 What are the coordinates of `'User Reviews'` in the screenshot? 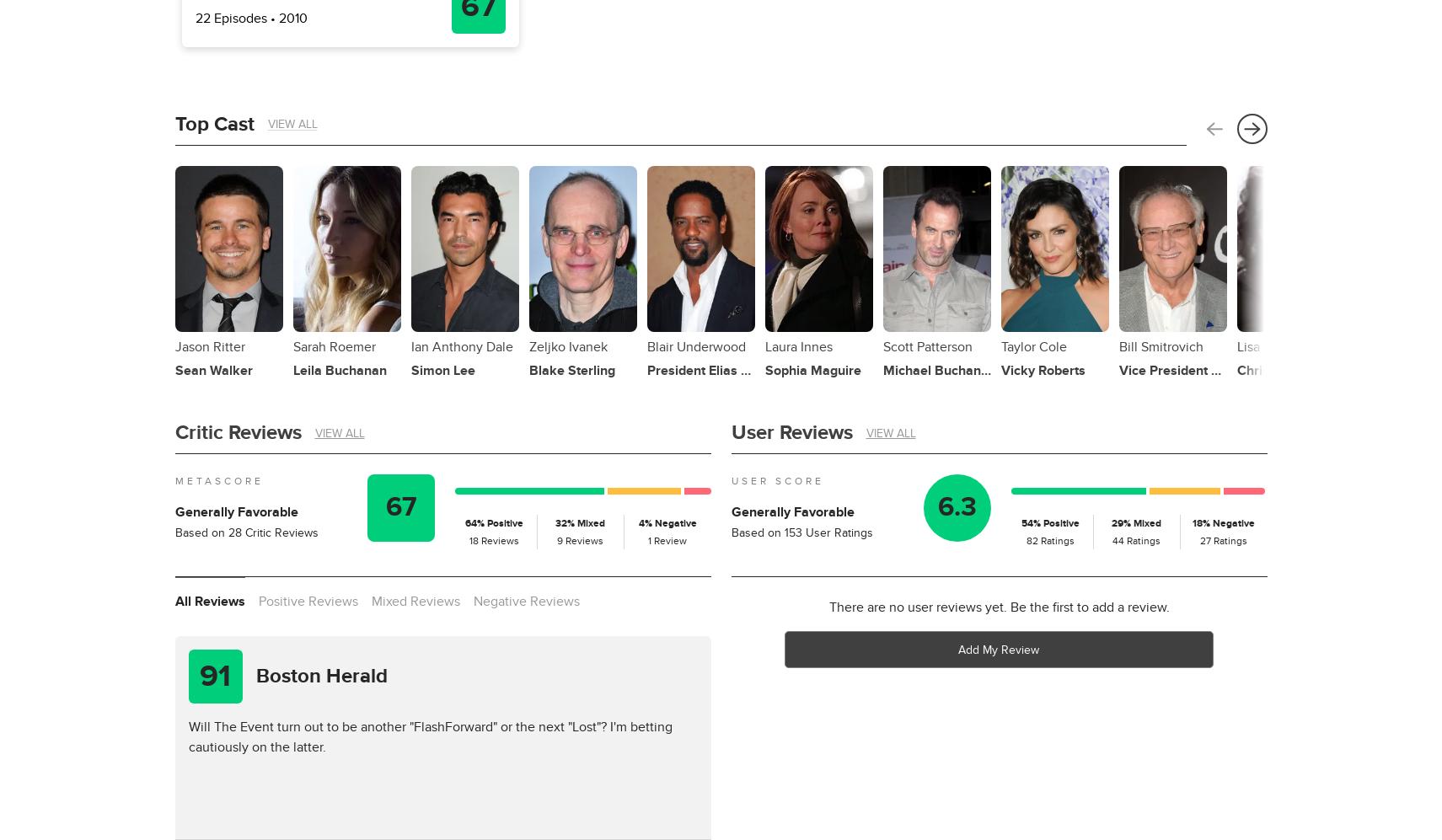 It's located at (730, 431).